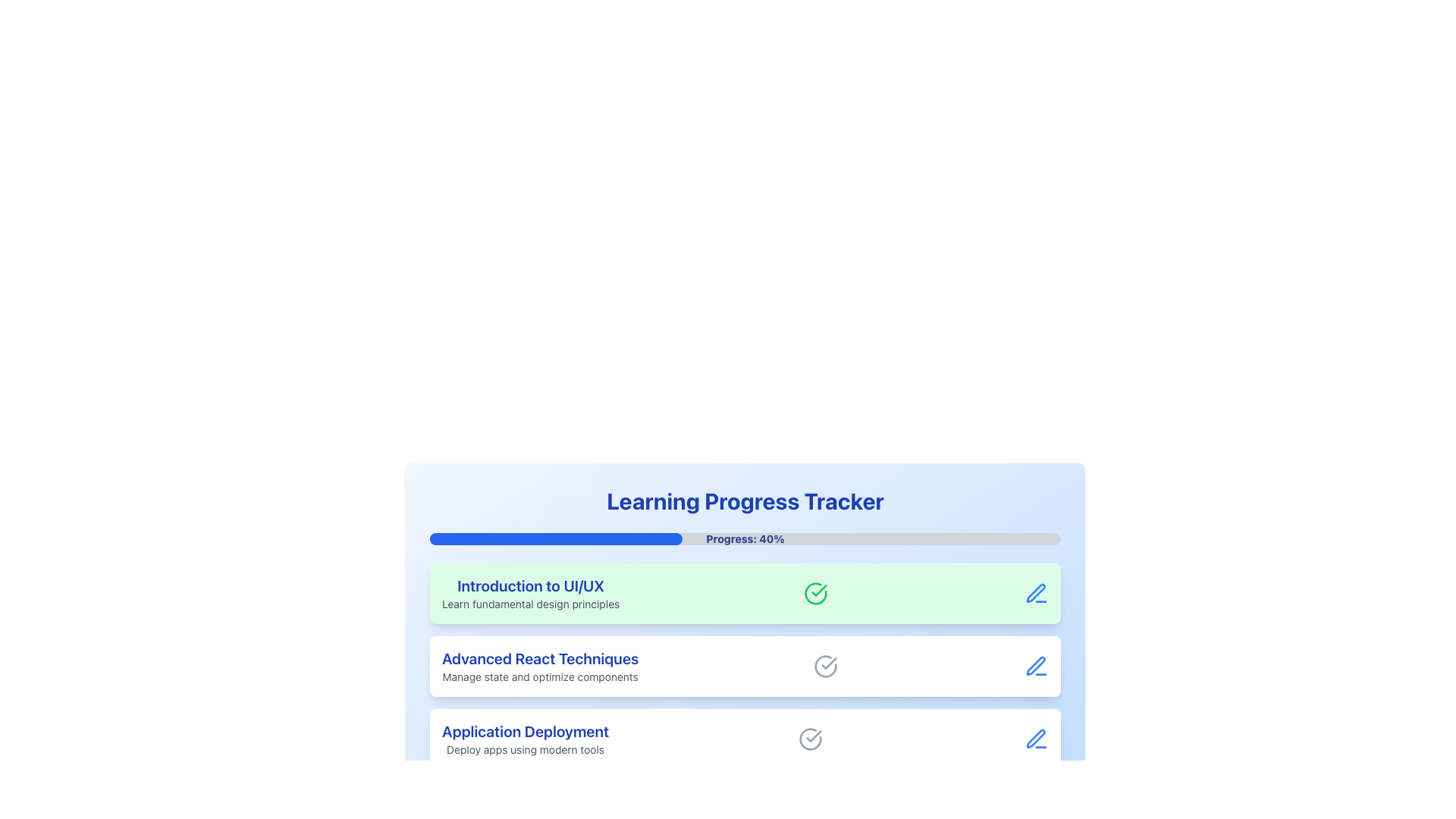  Describe the element at coordinates (745, 593) in the screenshot. I see `the task details of the 'Introduction to UI/UX' card, which is the first card in the vertical list below the 'Learning Progress Tracker' header` at that location.